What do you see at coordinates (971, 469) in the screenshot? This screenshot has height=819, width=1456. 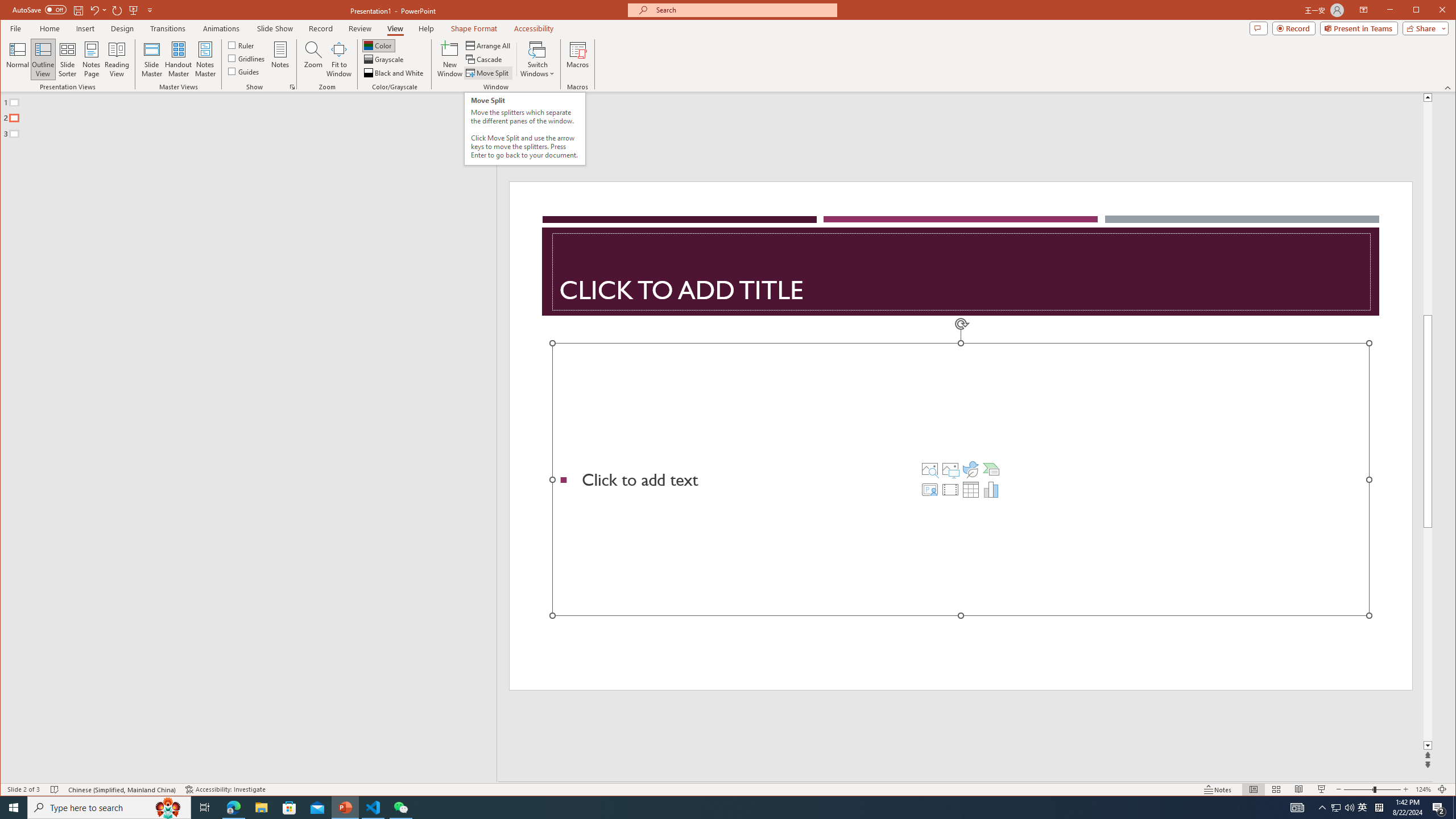 I see `'Insert an Icon'` at bounding box center [971, 469].